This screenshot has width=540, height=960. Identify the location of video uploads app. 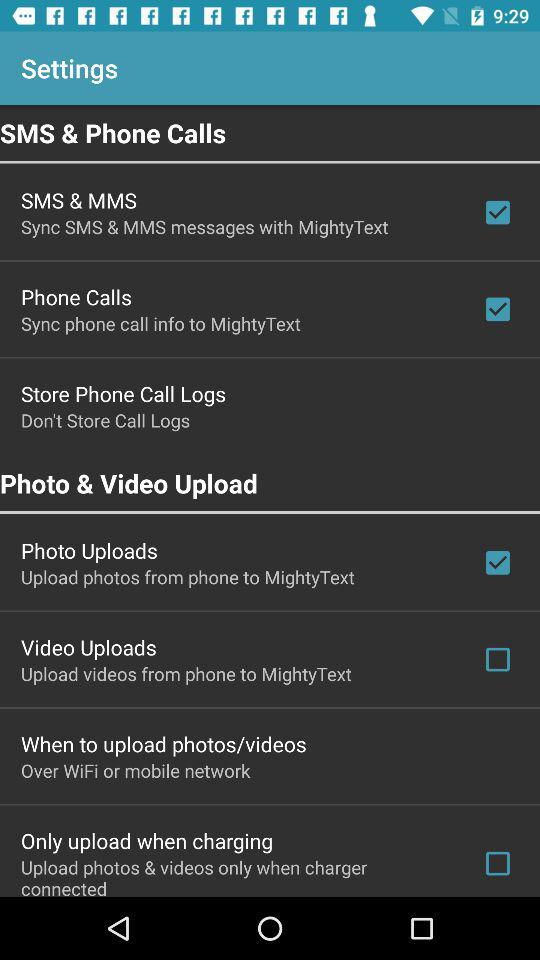
(87, 646).